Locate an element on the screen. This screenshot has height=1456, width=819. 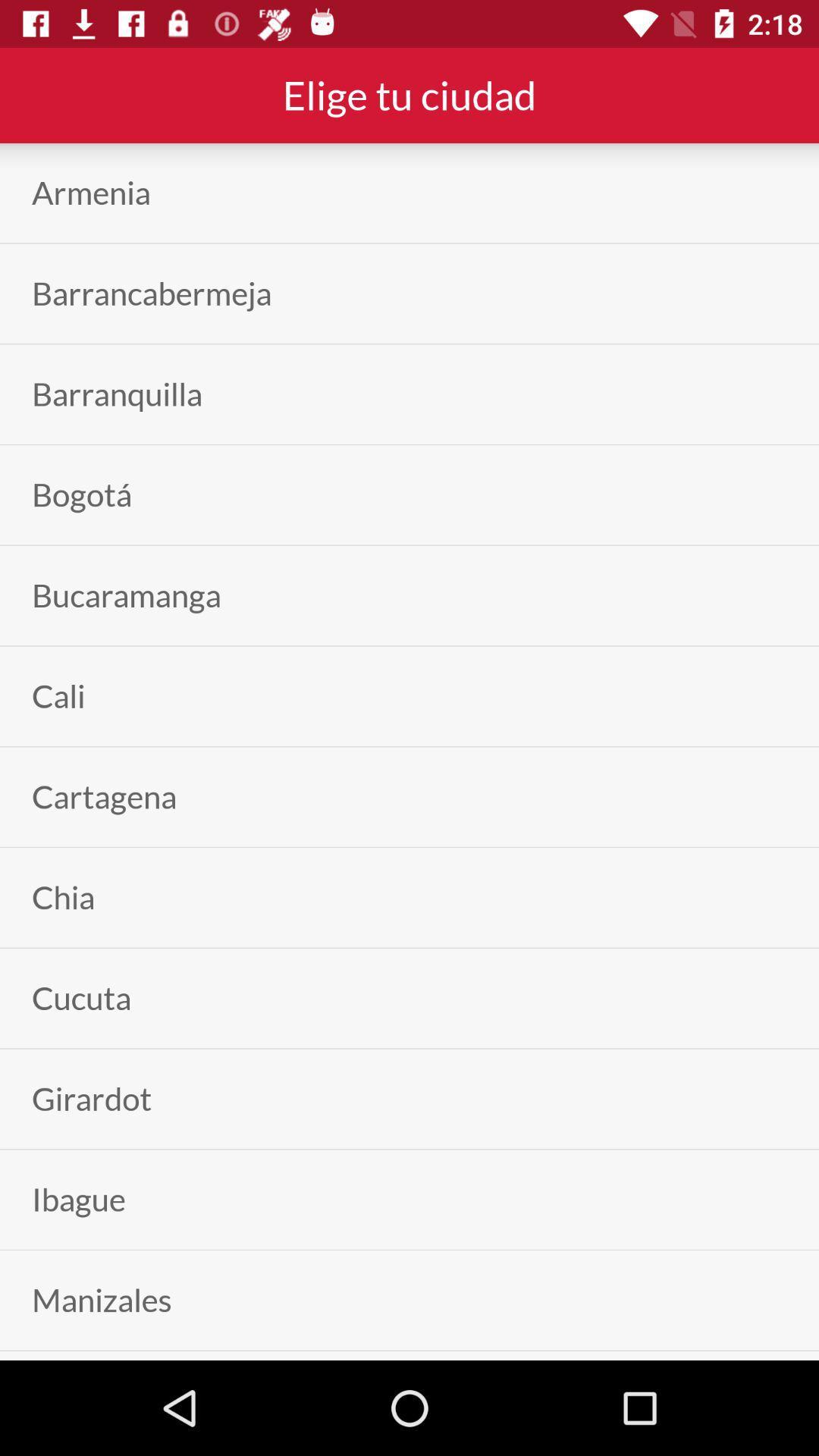
the chia is located at coordinates (62, 897).